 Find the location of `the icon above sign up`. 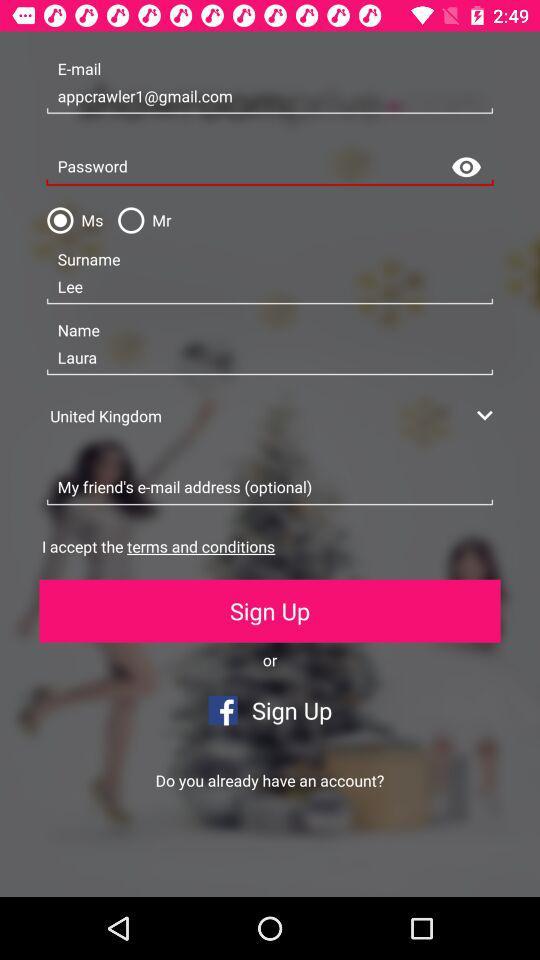

the icon above sign up is located at coordinates (157, 546).